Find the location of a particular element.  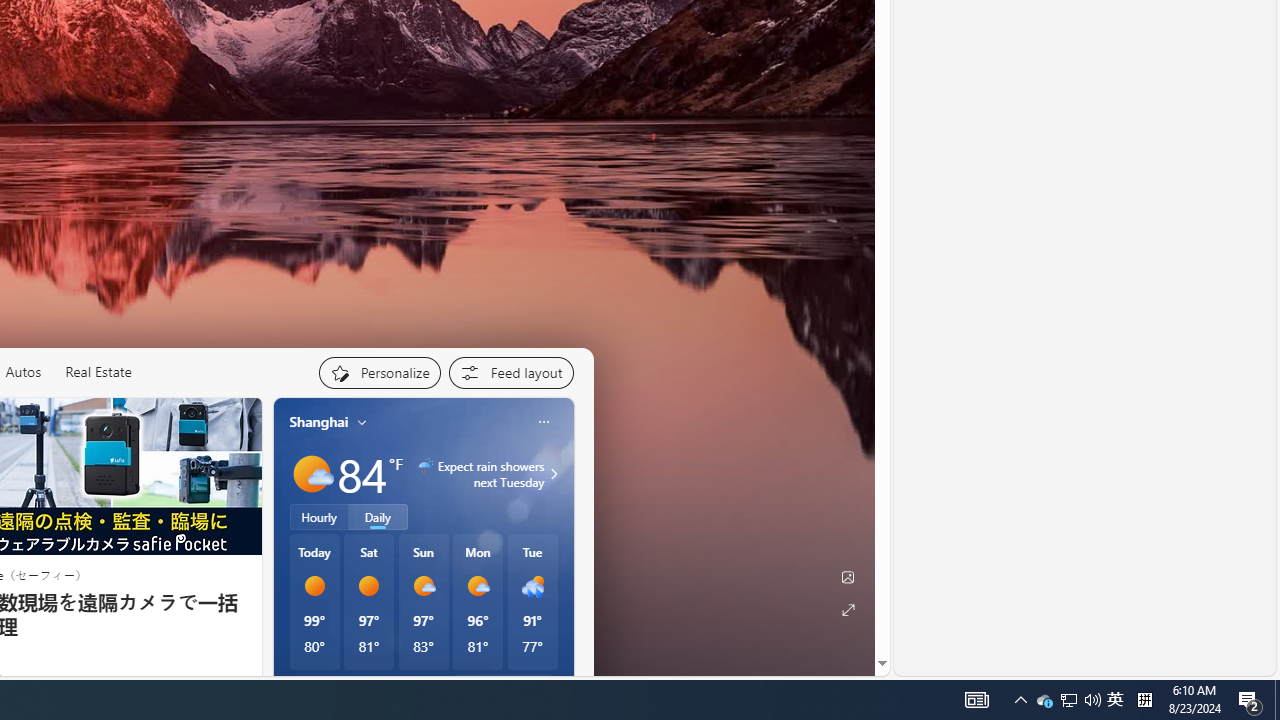

'Shanghai' is located at coordinates (318, 421).